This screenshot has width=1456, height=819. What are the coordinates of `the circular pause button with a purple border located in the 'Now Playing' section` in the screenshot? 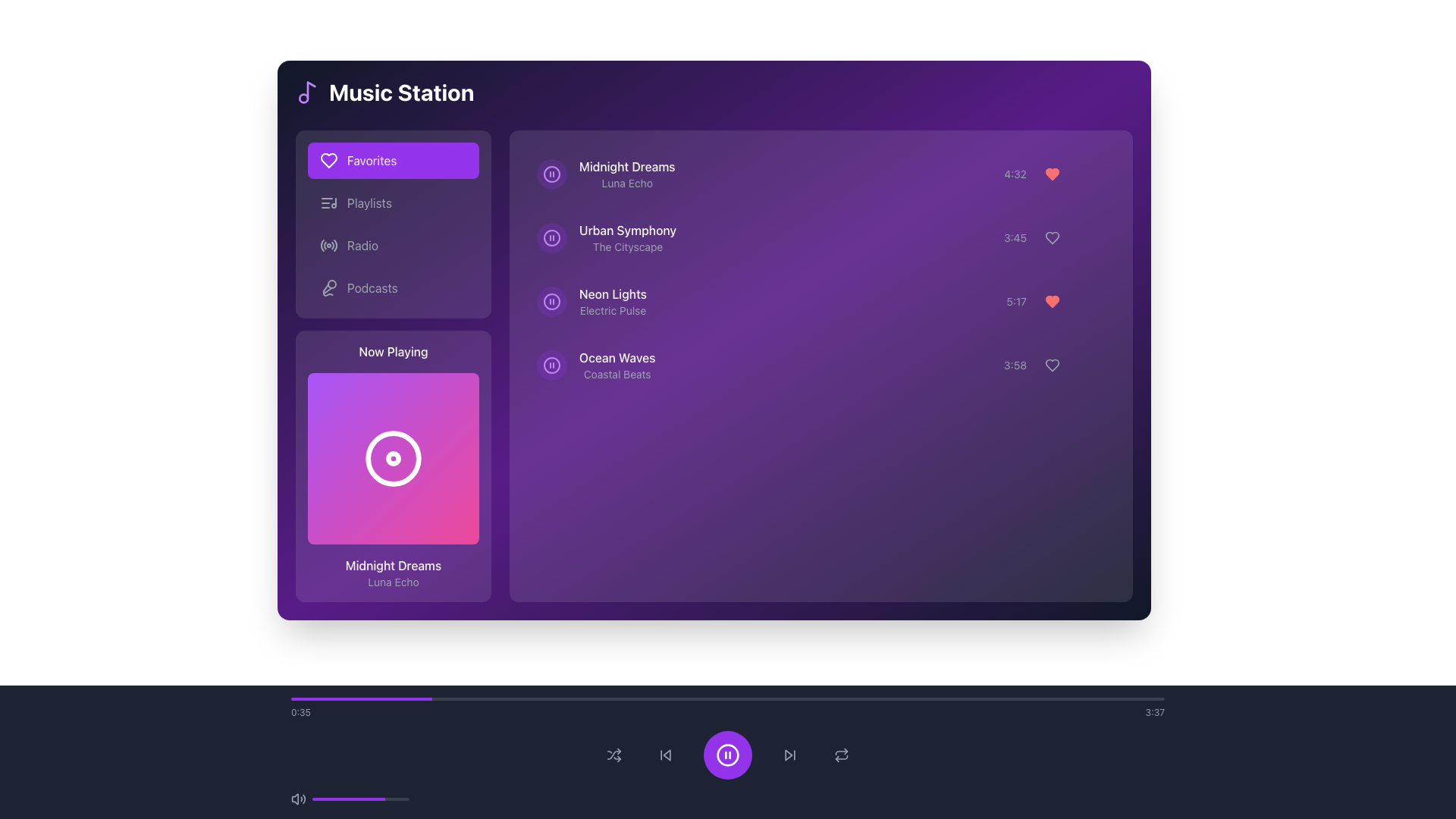 It's located at (551, 174).